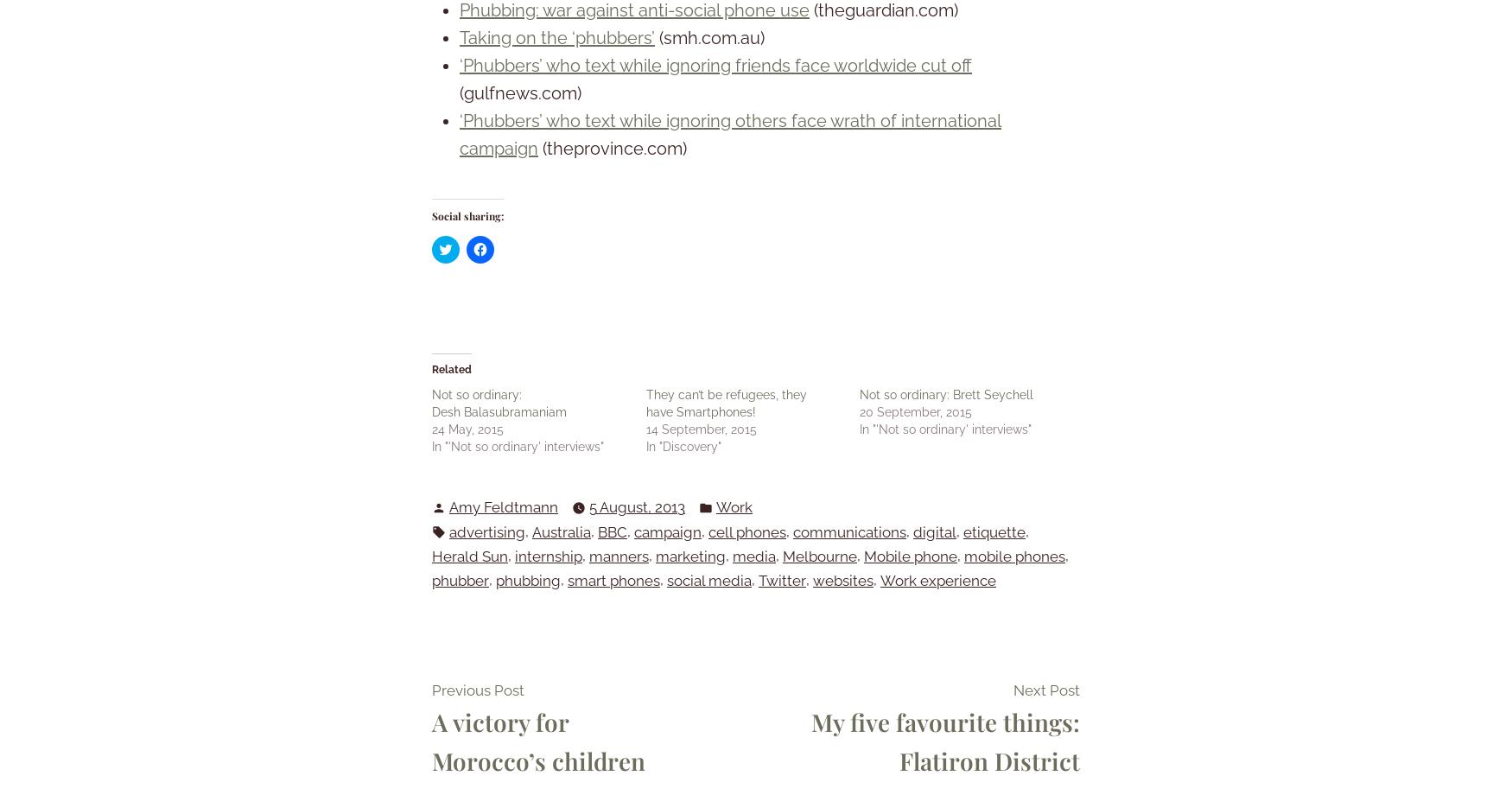  Describe the element at coordinates (619, 554) in the screenshot. I see `'manners'` at that location.